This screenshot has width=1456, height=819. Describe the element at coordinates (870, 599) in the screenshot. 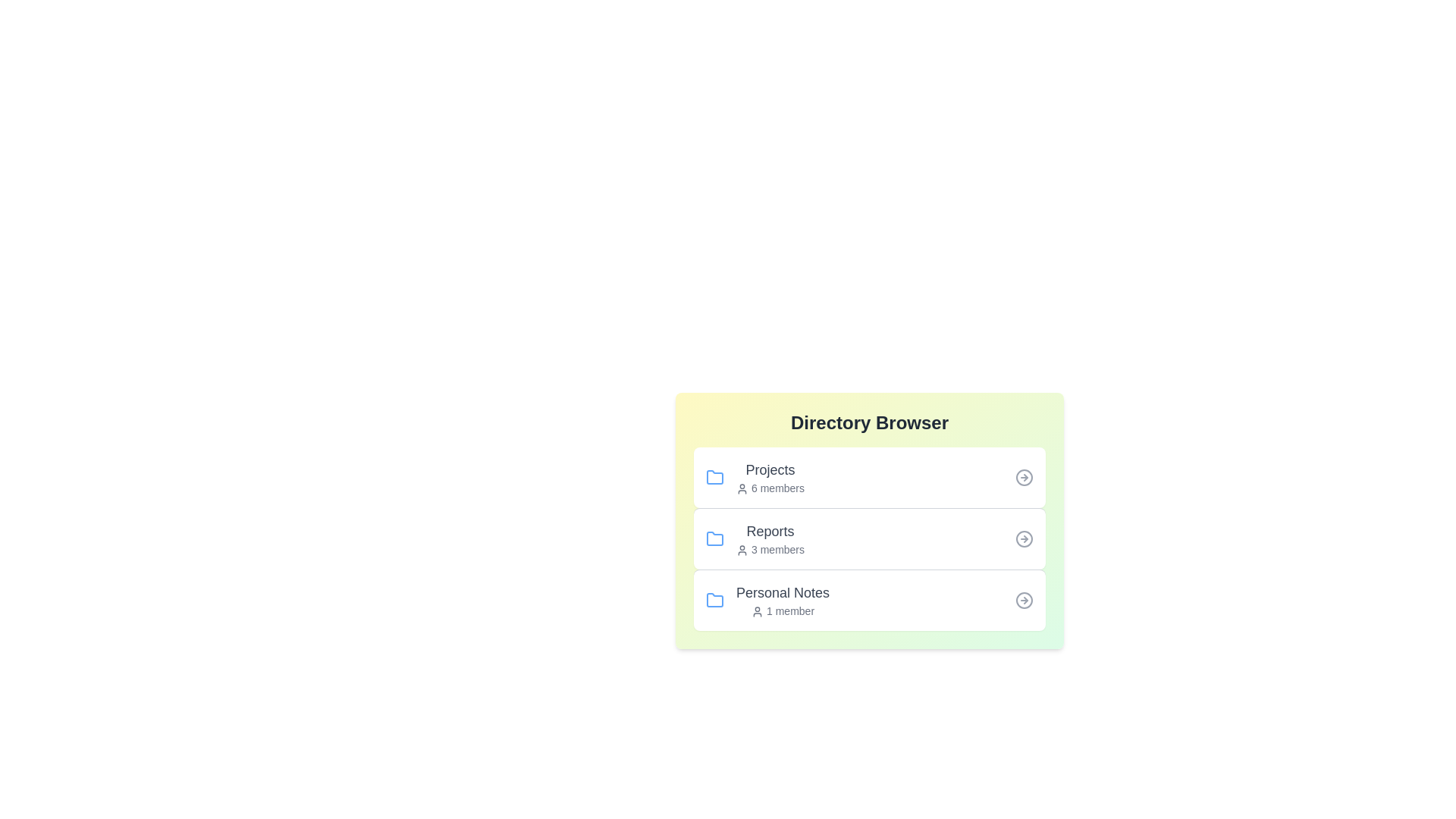

I see `the list item corresponding to Personal Notes` at that location.